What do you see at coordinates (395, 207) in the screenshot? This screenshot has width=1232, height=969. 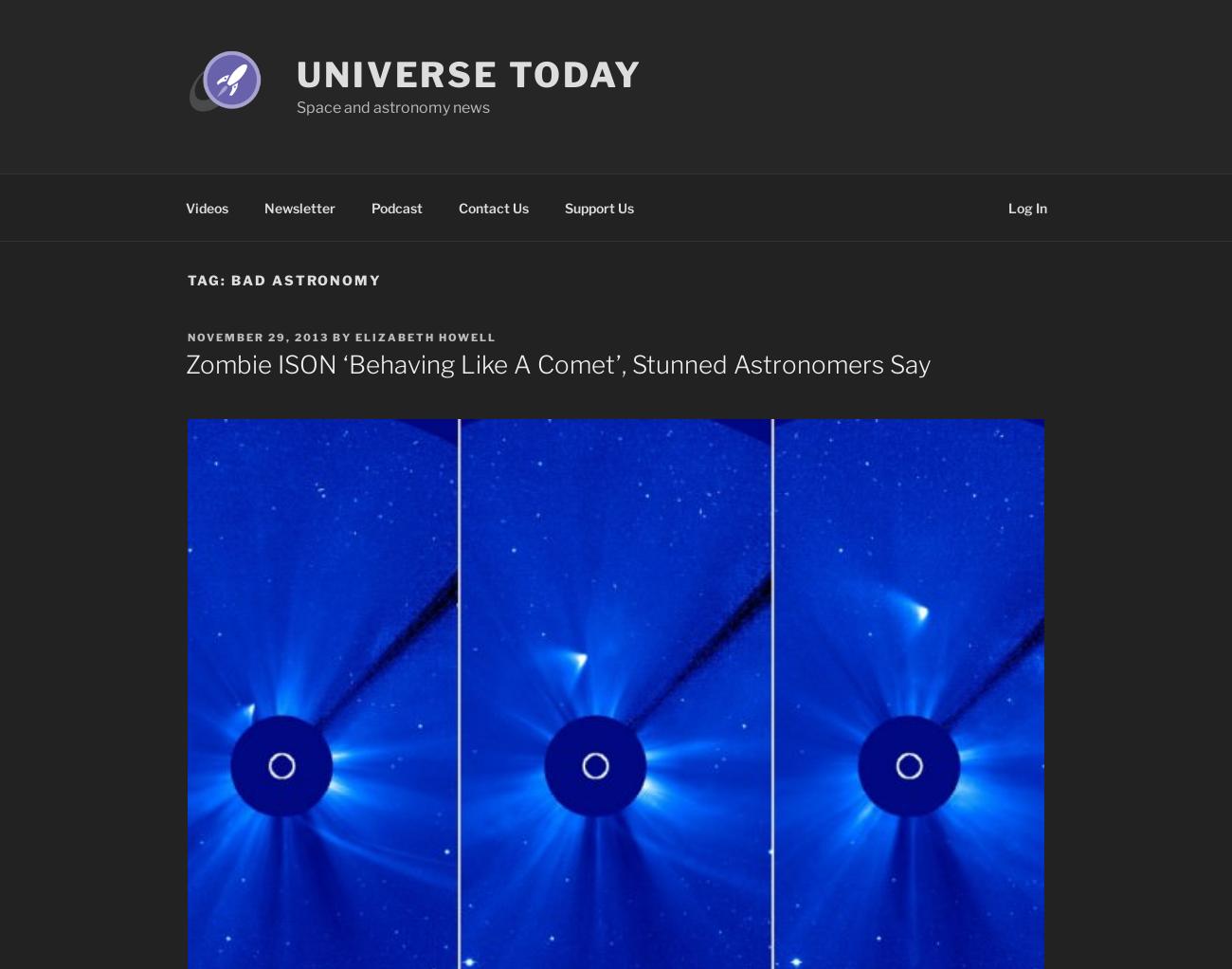 I see `'Podcast'` at bounding box center [395, 207].